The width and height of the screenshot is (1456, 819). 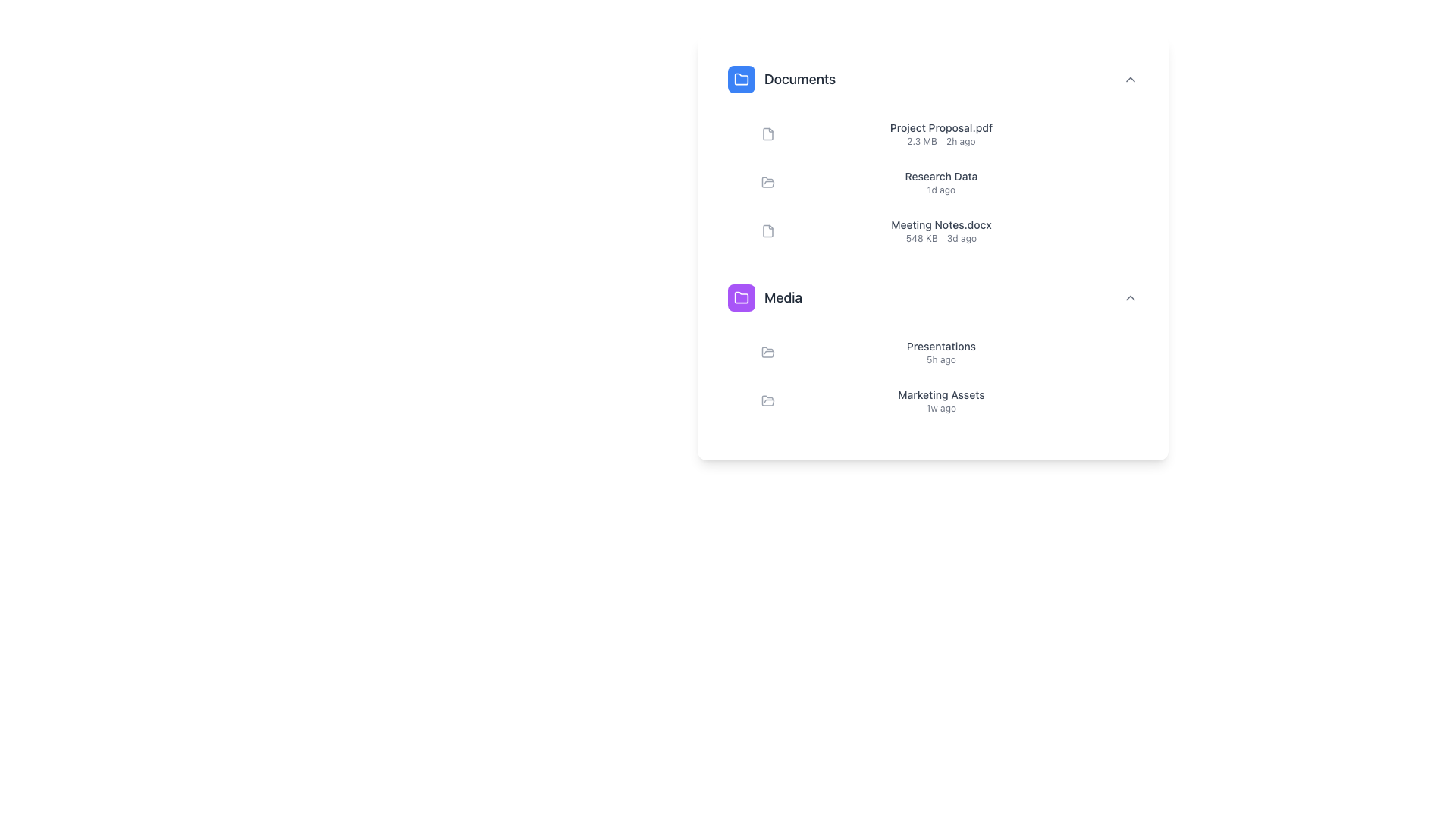 What do you see at coordinates (1120, 400) in the screenshot?
I see `the small gray dot element that is part of the ellipsis menu in the 'Marketing Assets' row of the 'Media' folder section` at bounding box center [1120, 400].